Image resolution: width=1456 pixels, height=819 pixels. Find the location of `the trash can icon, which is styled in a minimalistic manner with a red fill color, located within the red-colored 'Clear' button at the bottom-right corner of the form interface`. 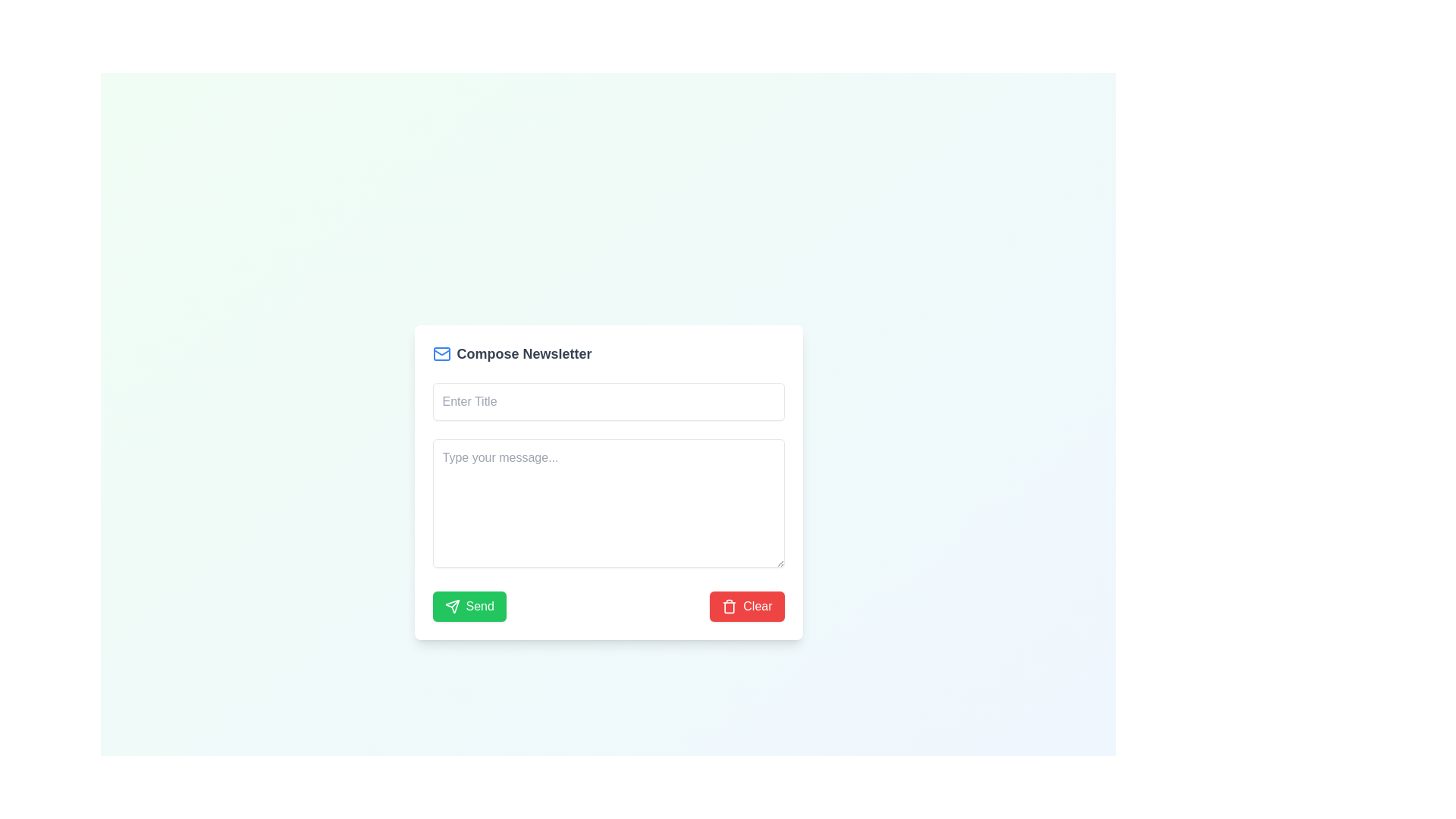

the trash can icon, which is styled in a minimalistic manner with a red fill color, located within the red-colored 'Clear' button at the bottom-right corner of the form interface is located at coordinates (730, 605).